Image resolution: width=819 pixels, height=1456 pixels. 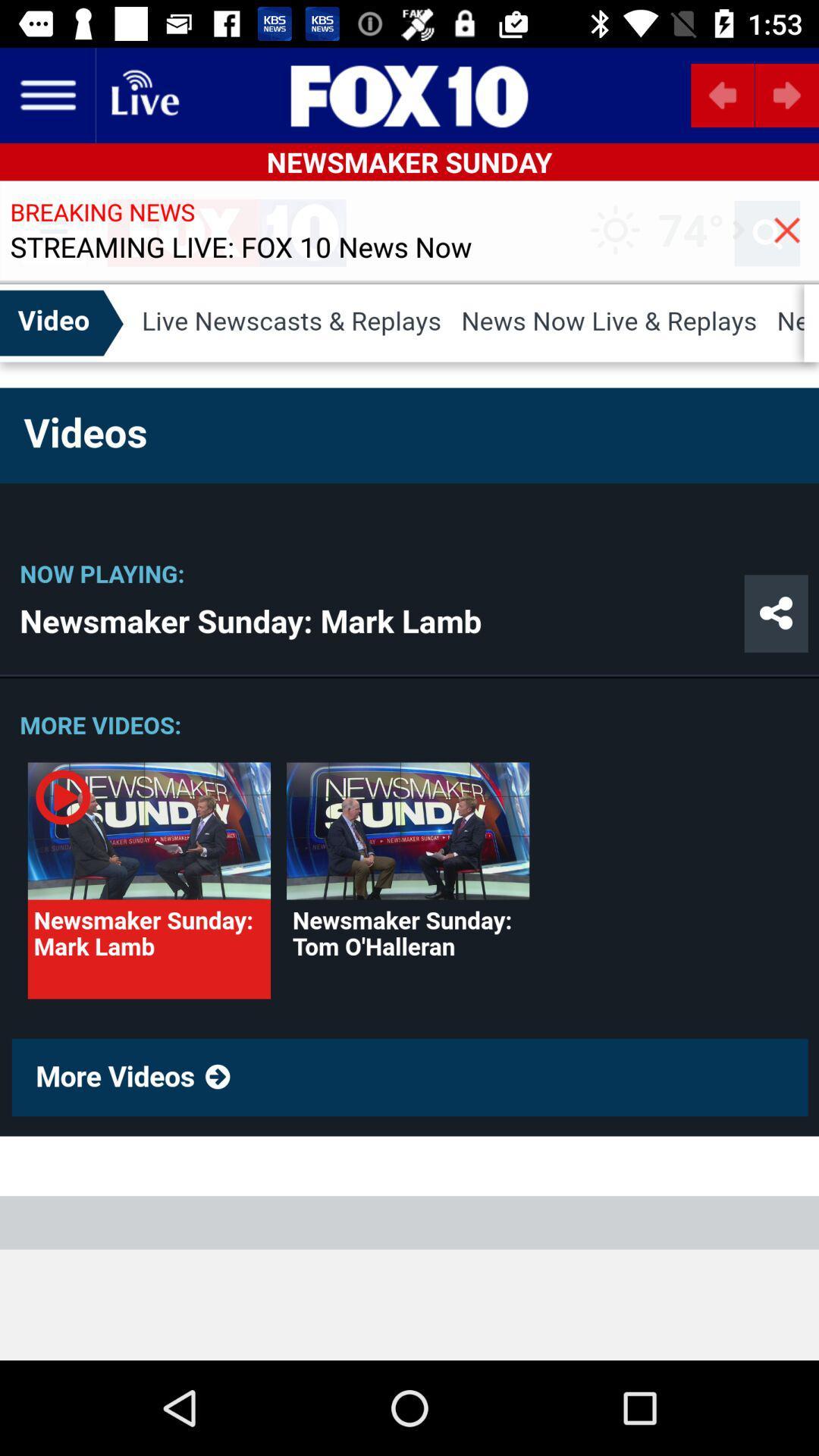 What do you see at coordinates (786, 94) in the screenshot?
I see `the arrow_forward icon` at bounding box center [786, 94].